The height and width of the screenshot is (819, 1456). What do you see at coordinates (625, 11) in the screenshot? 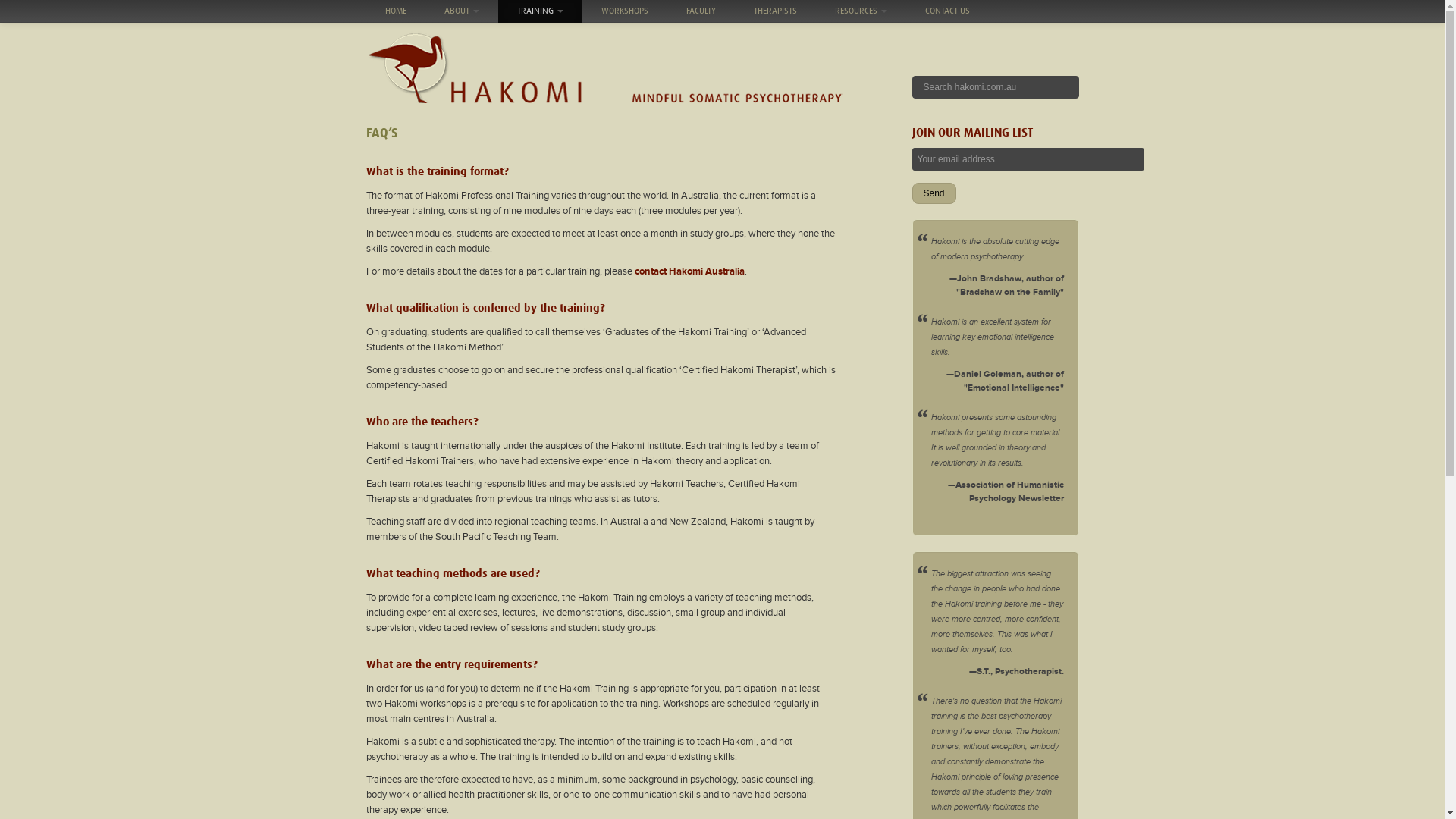
I see `'WORKSHOPS'` at bounding box center [625, 11].